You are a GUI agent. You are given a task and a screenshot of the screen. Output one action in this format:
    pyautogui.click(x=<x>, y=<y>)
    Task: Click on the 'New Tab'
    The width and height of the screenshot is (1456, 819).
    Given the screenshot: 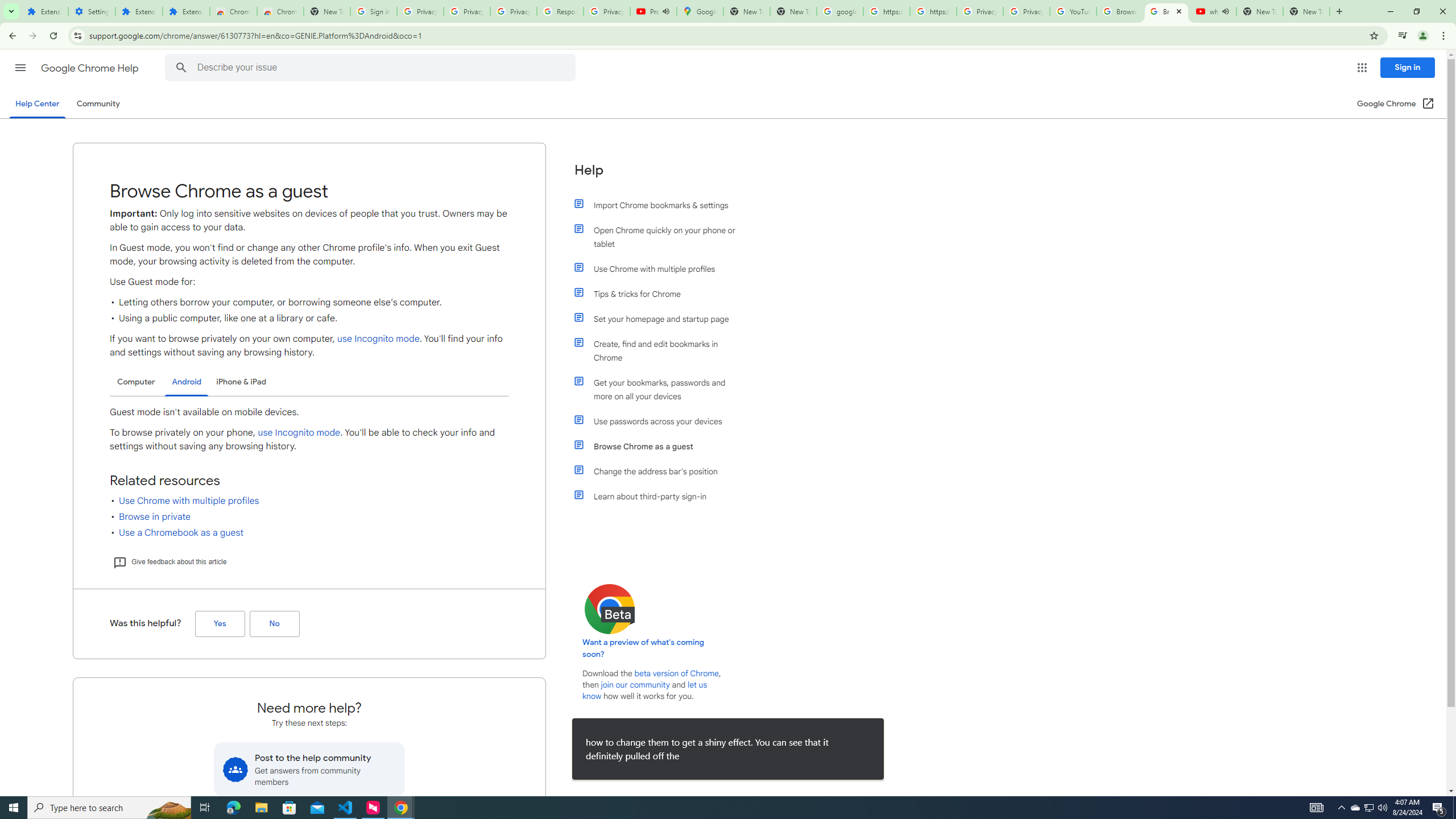 What is the action you would take?
    pyautogui.click(x=1306, y=11)
    